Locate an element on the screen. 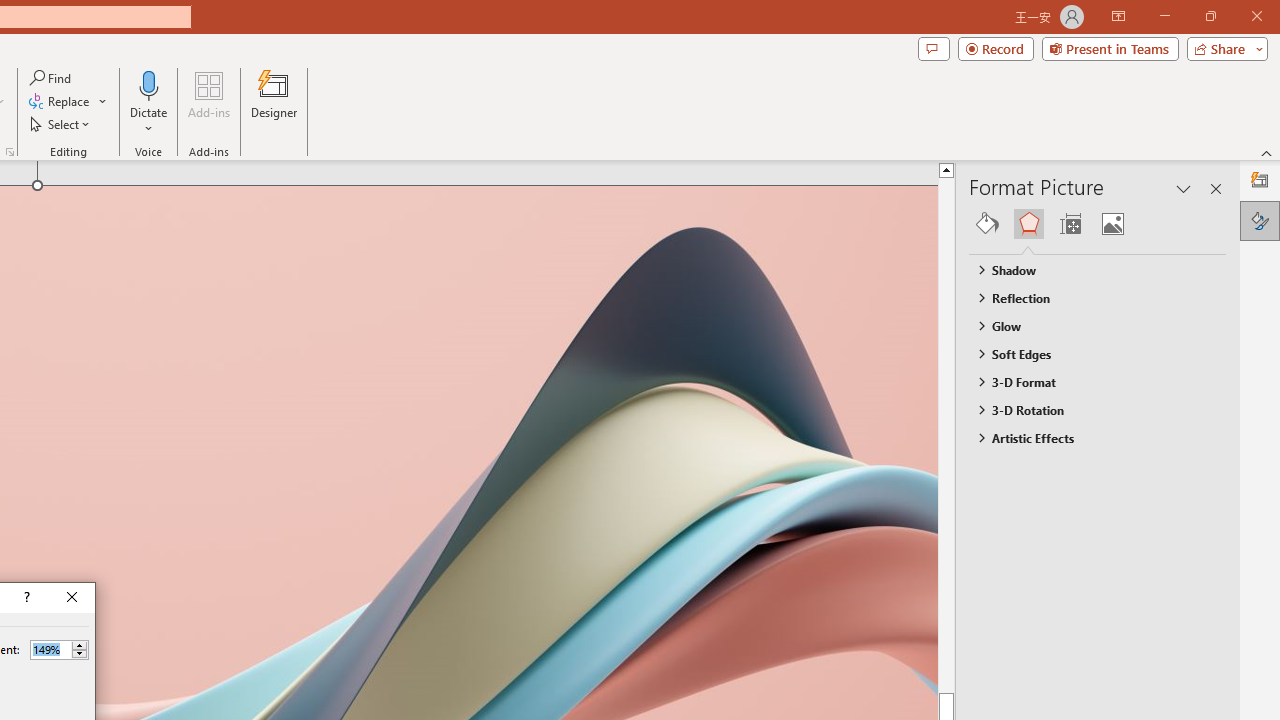 The image size is (1280, 720). 'Less' is located at coordinates (79, 654).